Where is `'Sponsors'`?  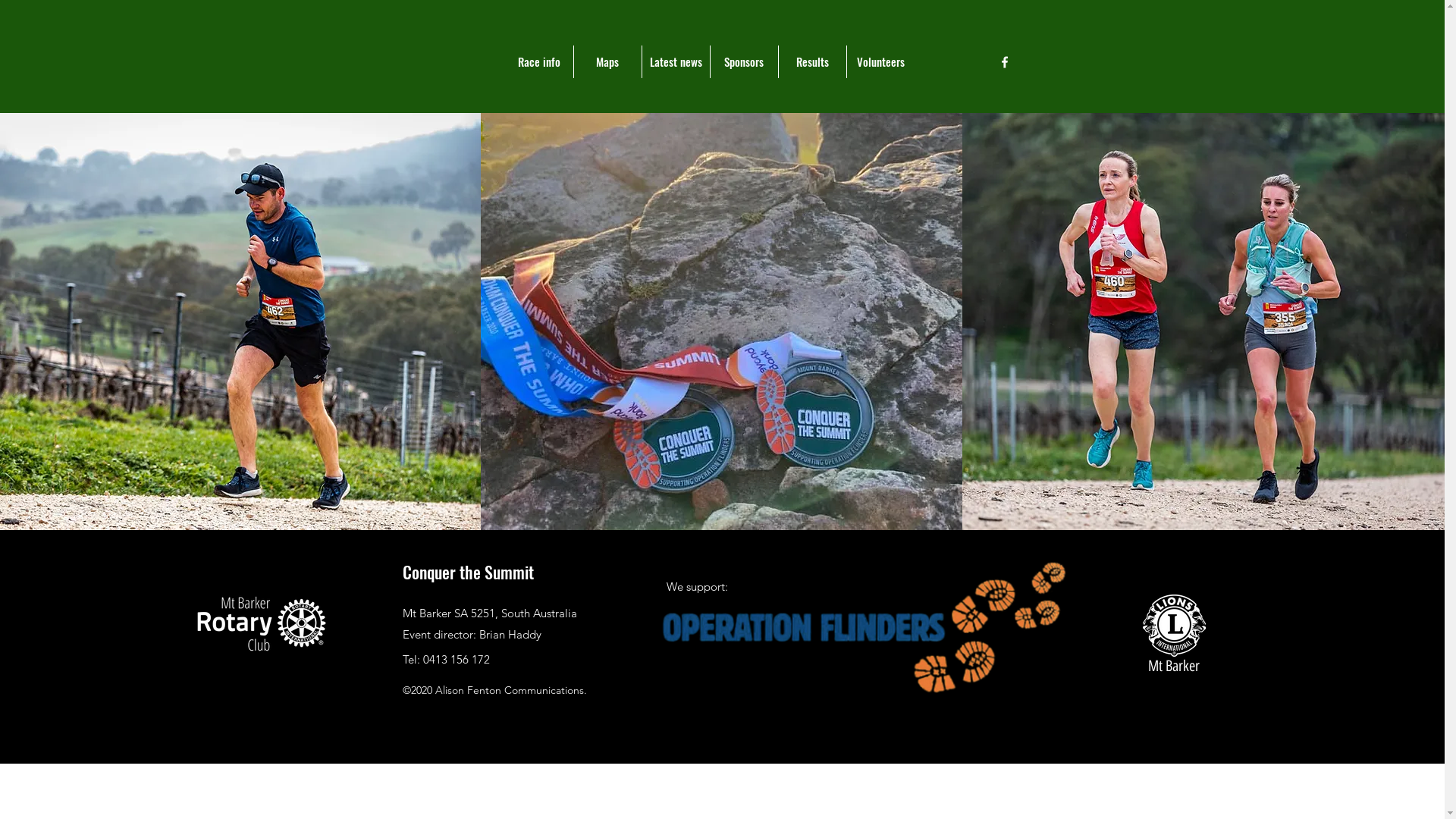 'Sponsors' is located at coordinates (743, 61).